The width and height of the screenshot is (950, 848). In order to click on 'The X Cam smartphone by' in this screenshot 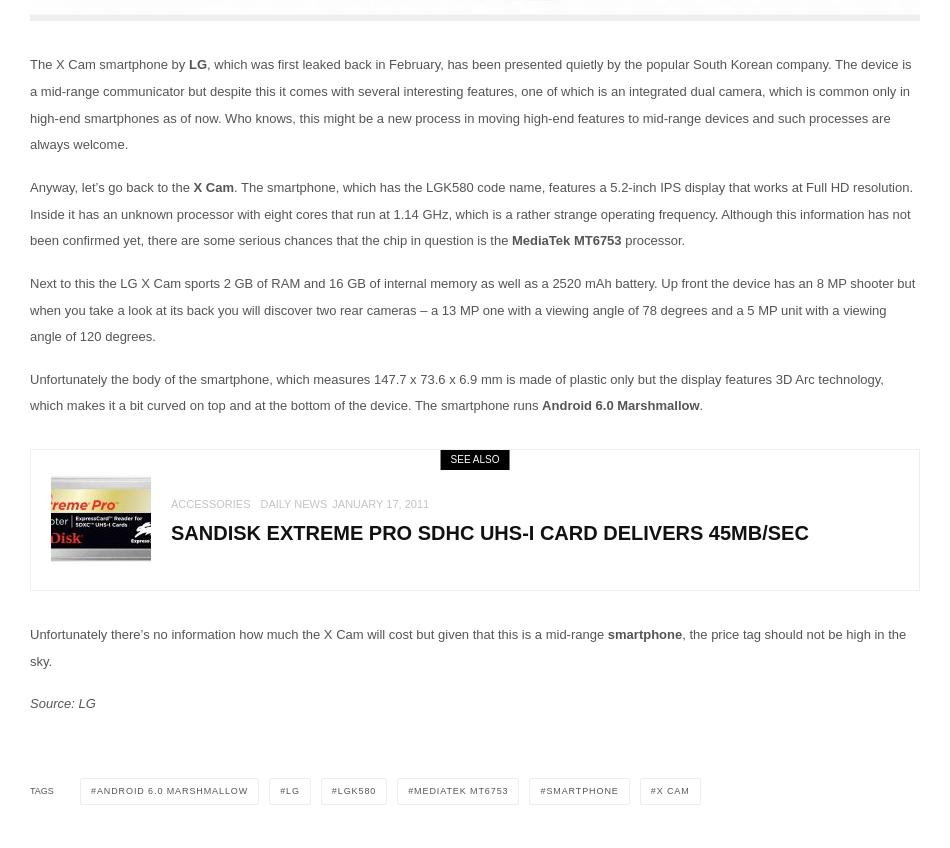, I will do `click(108, 64)`.